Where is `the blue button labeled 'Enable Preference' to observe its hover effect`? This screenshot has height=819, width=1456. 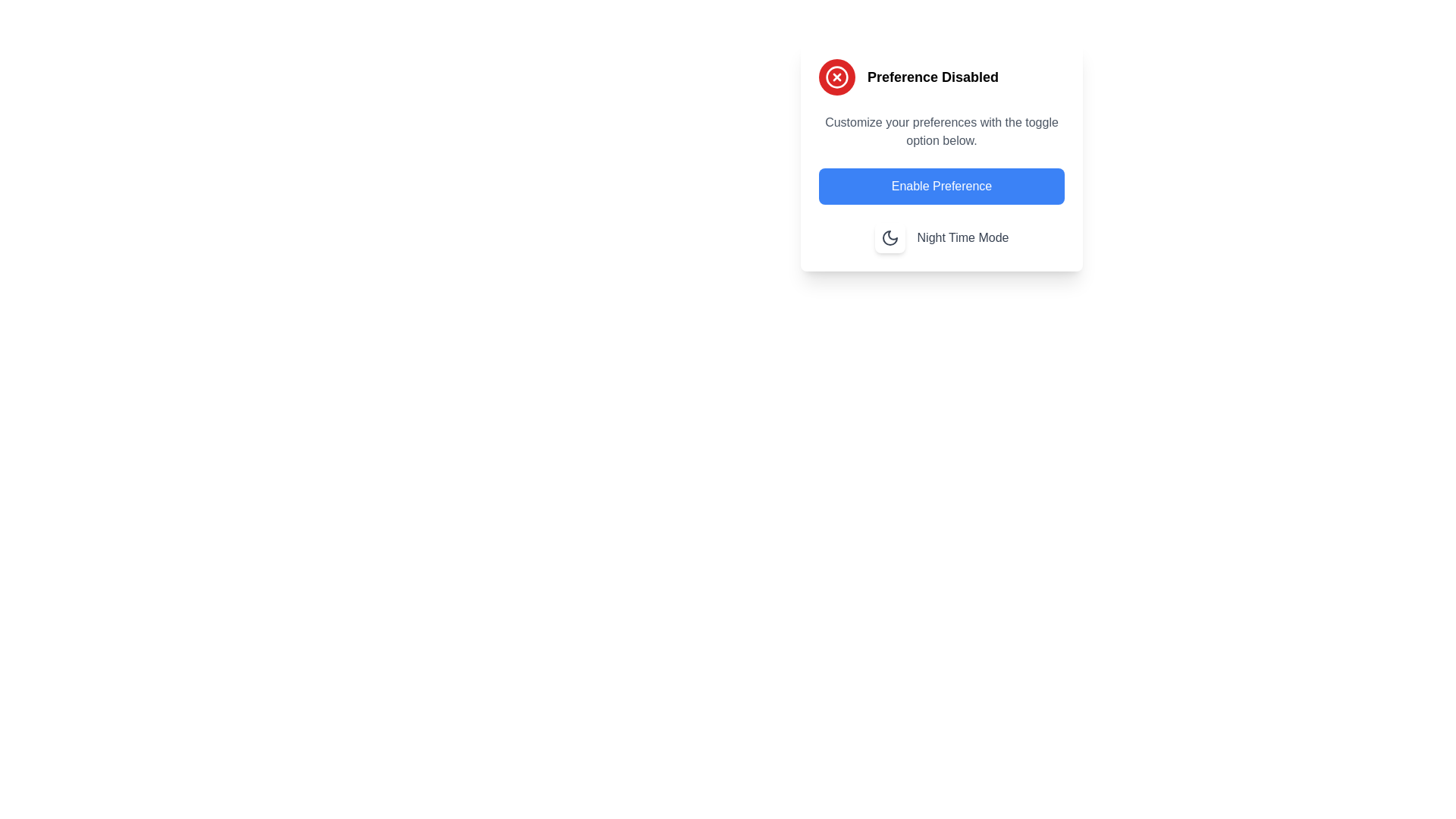 the blue button labeled 'Enable Preference' to observe its hover effect is located at coordinates (941, 186).